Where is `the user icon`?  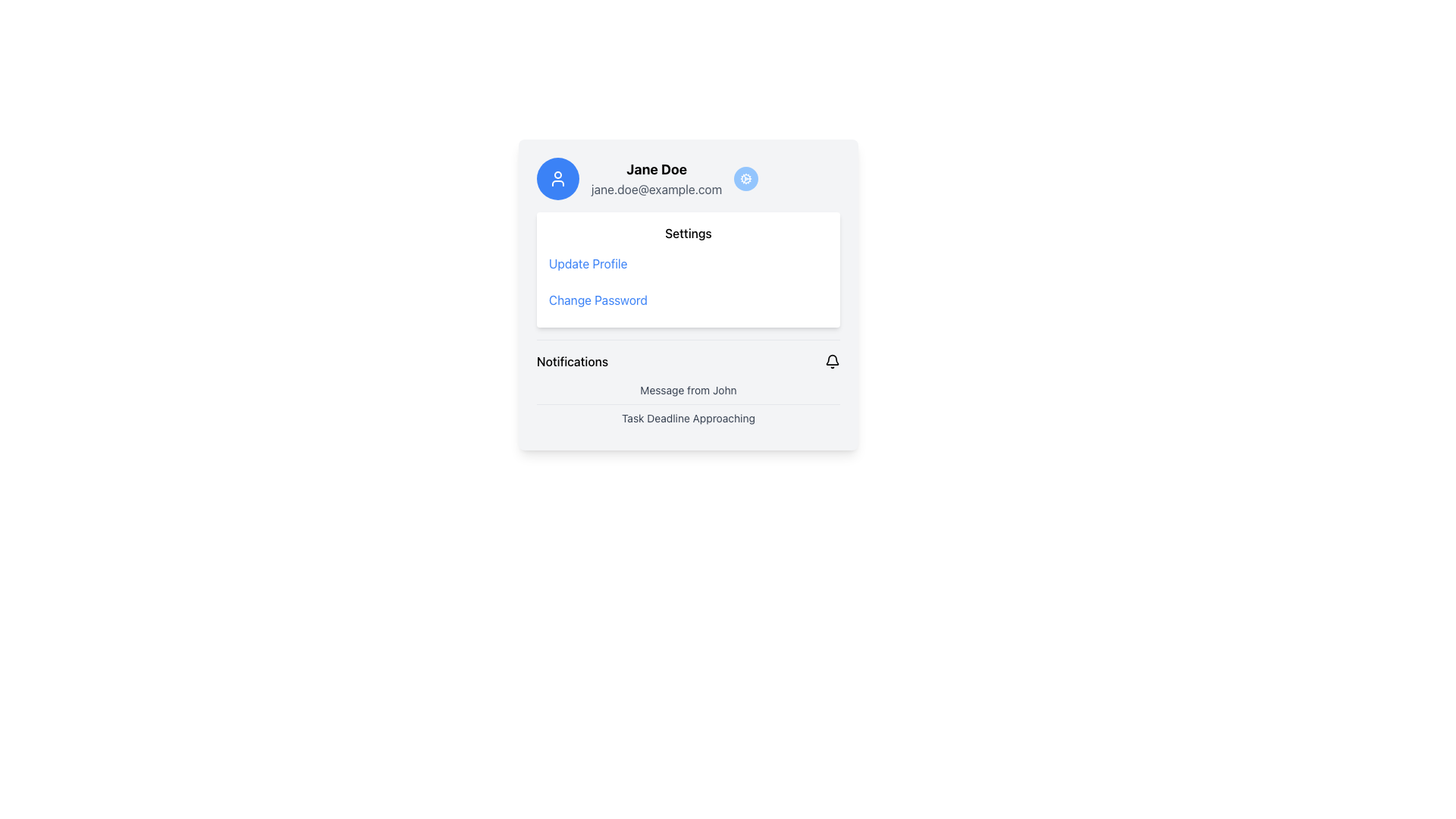 the user icon is located at coordinates (557, 177).